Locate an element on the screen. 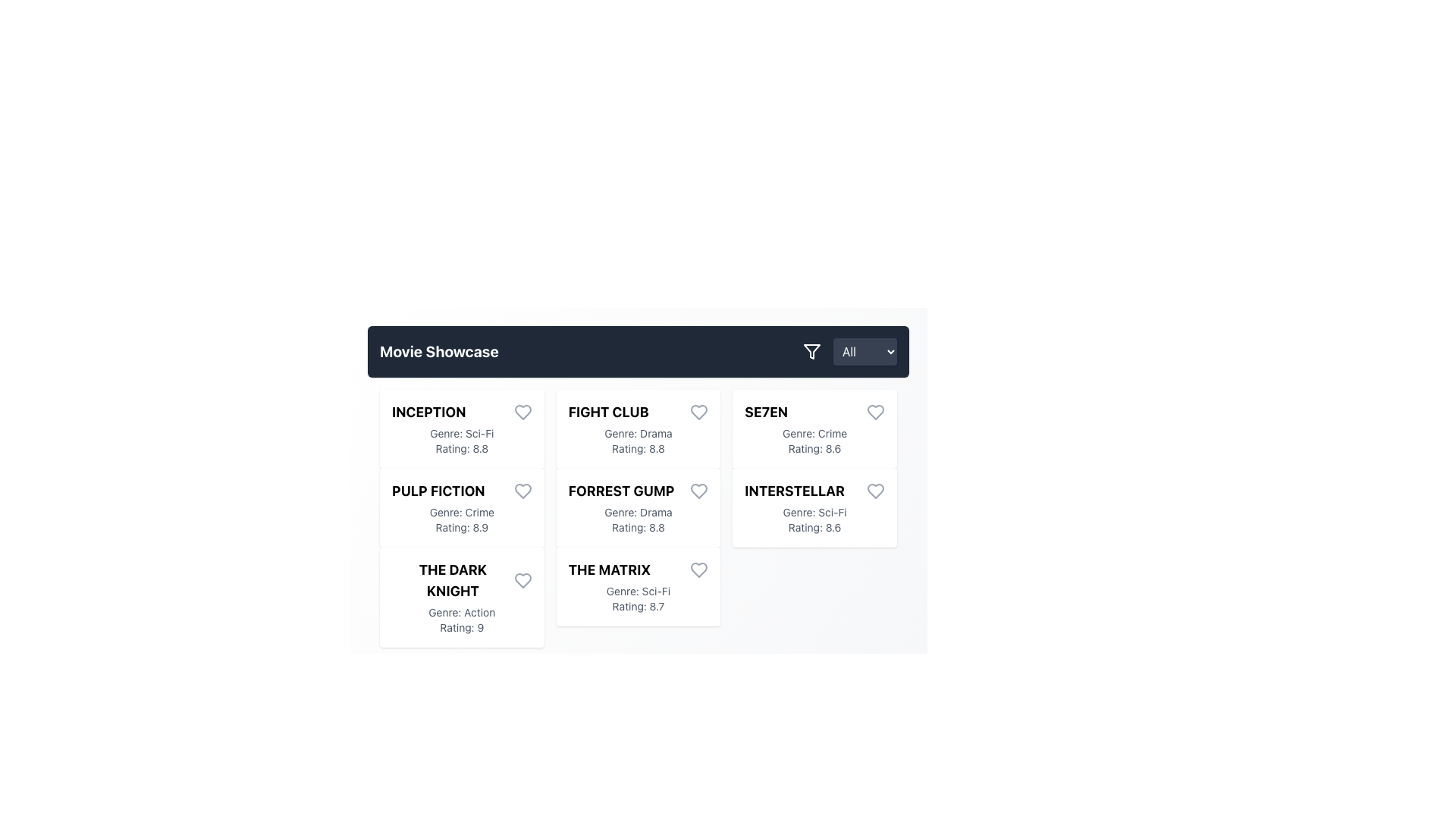 The height and width of the screenshot is (819, 1456). the text label displaying 'Genre: DramaRating: 8.8' which is styled in a small gray font located below the 'Fight Club' title is located at coordinates (638, 441).